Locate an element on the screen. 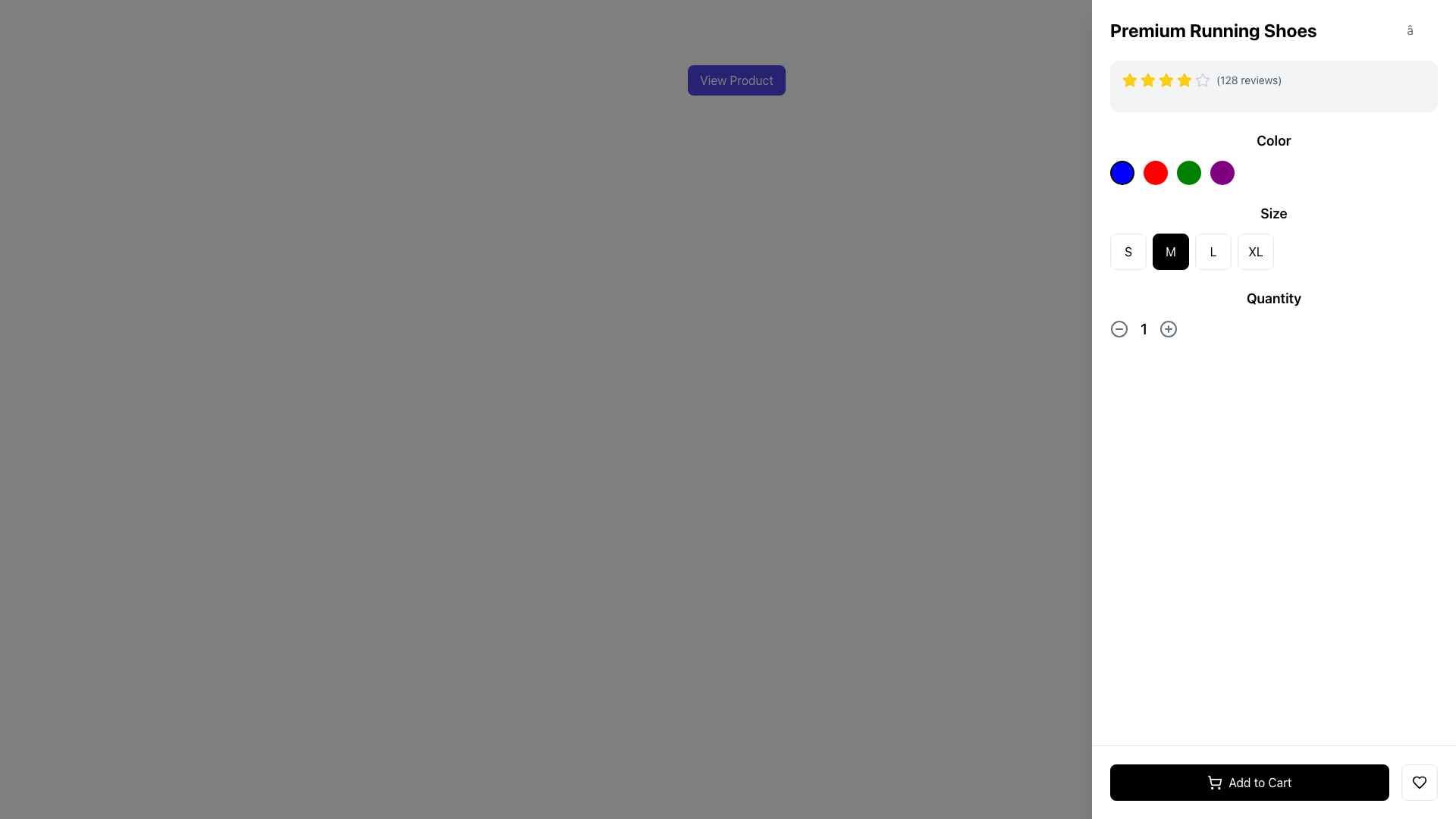  the 'View Product' button with a dark indigo background and white text, located in the 'Premium Running Shoes' section to observe hover effects is located at coordinates (736, 80).